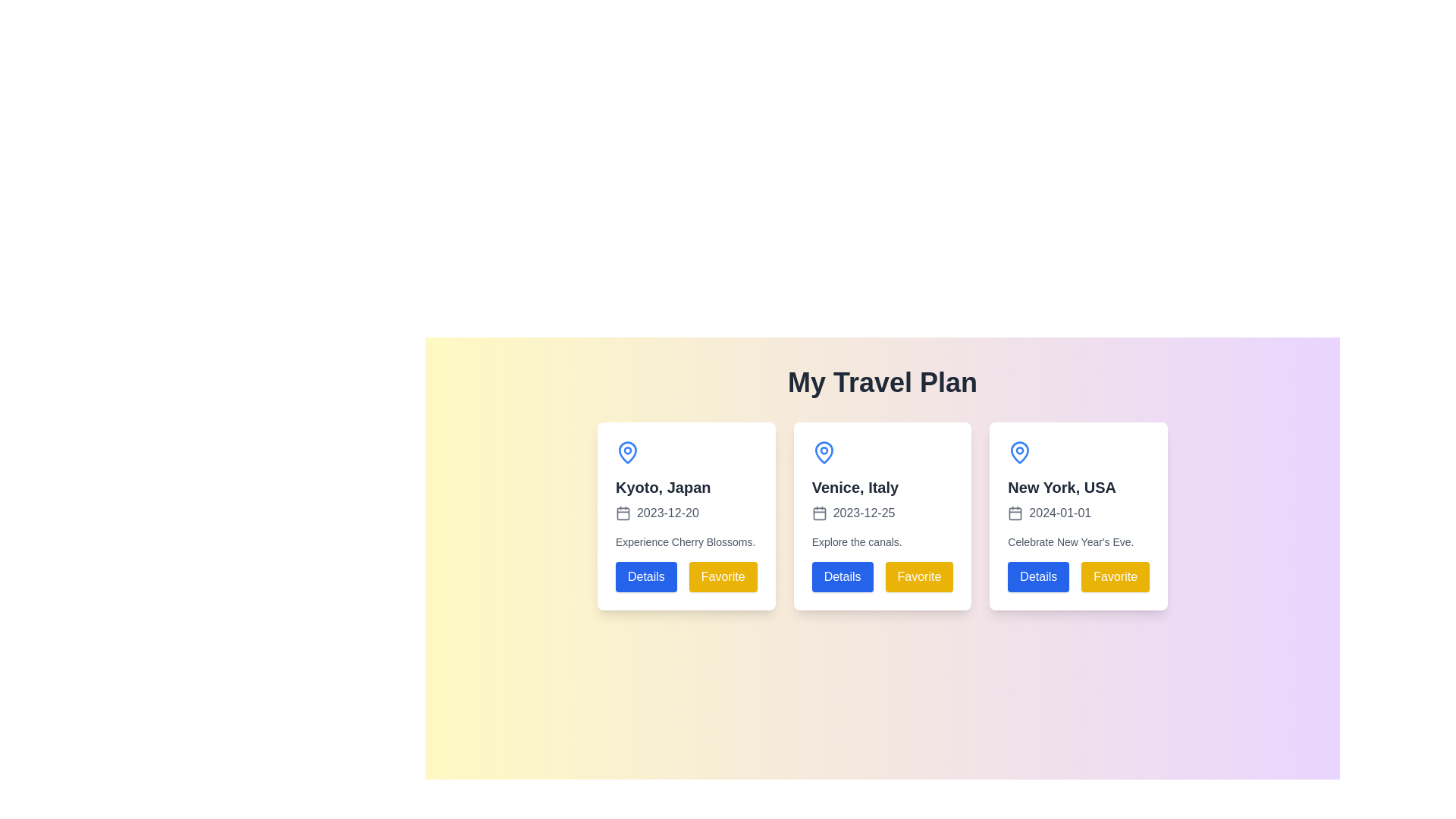 This screenshot has width=1456, height=819. Describe the element at coordinates (1116, 576) in the screenshot. I see `the 'Favorite' button, which is a vibrant yellow rectangular button with rounded corners` at that location.